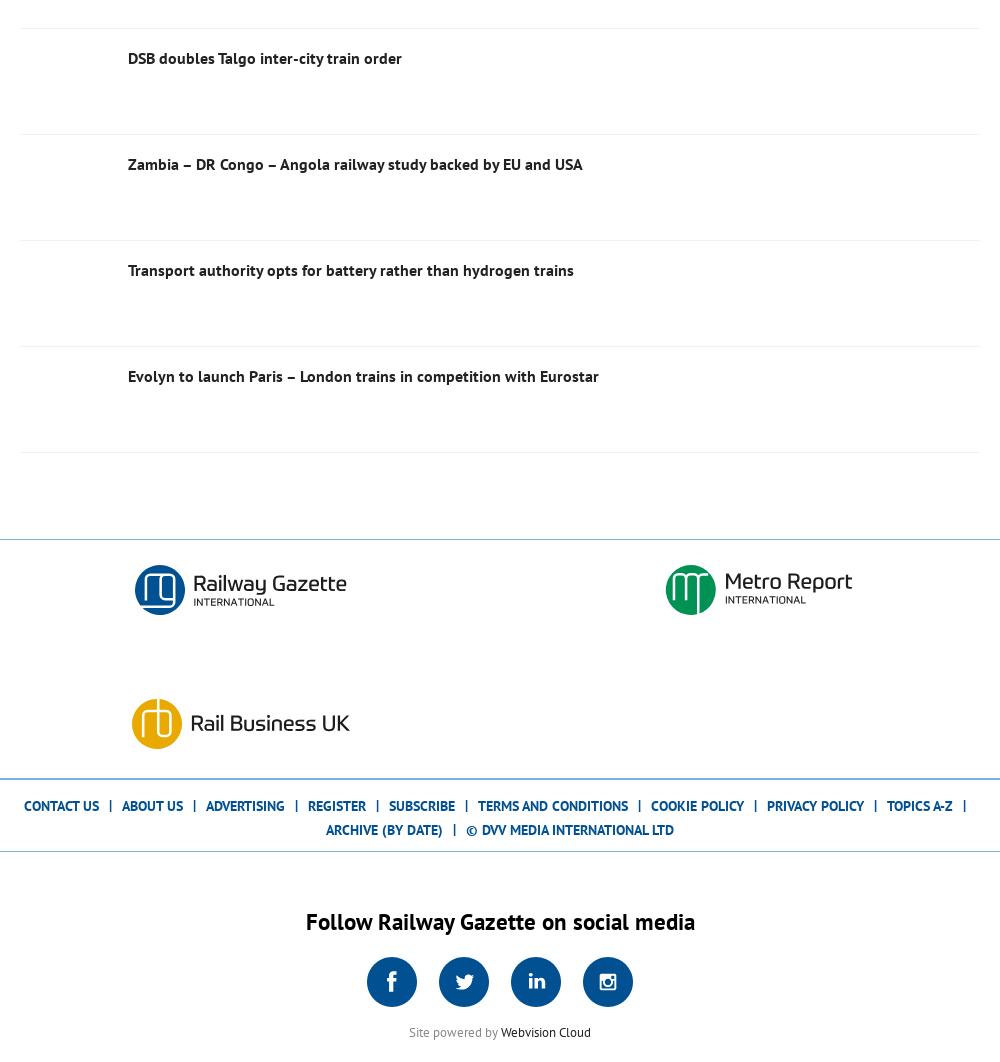  What do you see at coordinates (532, 920) in the screenshot?
I see `'Railway Gazette on social media'` at bounding box center [532, 920].